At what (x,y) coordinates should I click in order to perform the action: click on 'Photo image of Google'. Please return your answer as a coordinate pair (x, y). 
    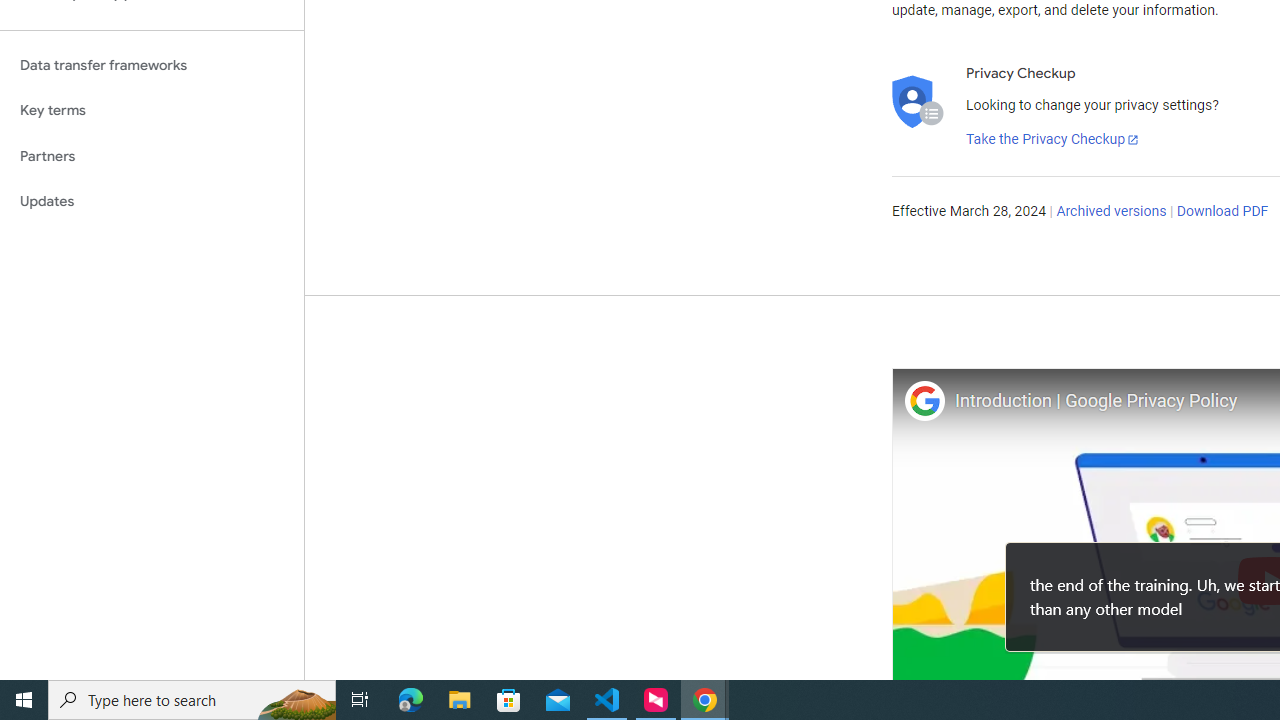
    Looking at the image, I should click on (923, 400).